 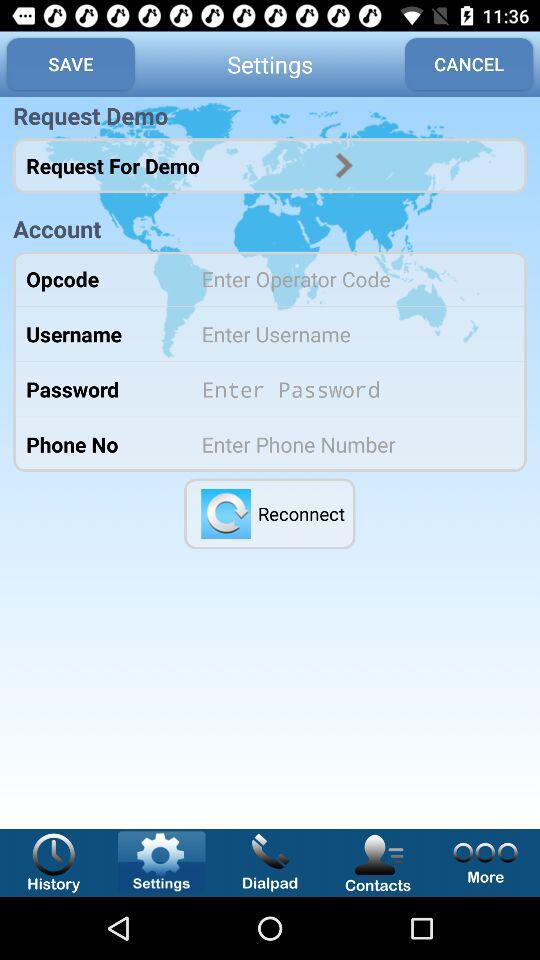 What do you see at coordinates (343, 164) in the screenshot?
I see `the arrow_forward icon` at bounding box center [343, 164].